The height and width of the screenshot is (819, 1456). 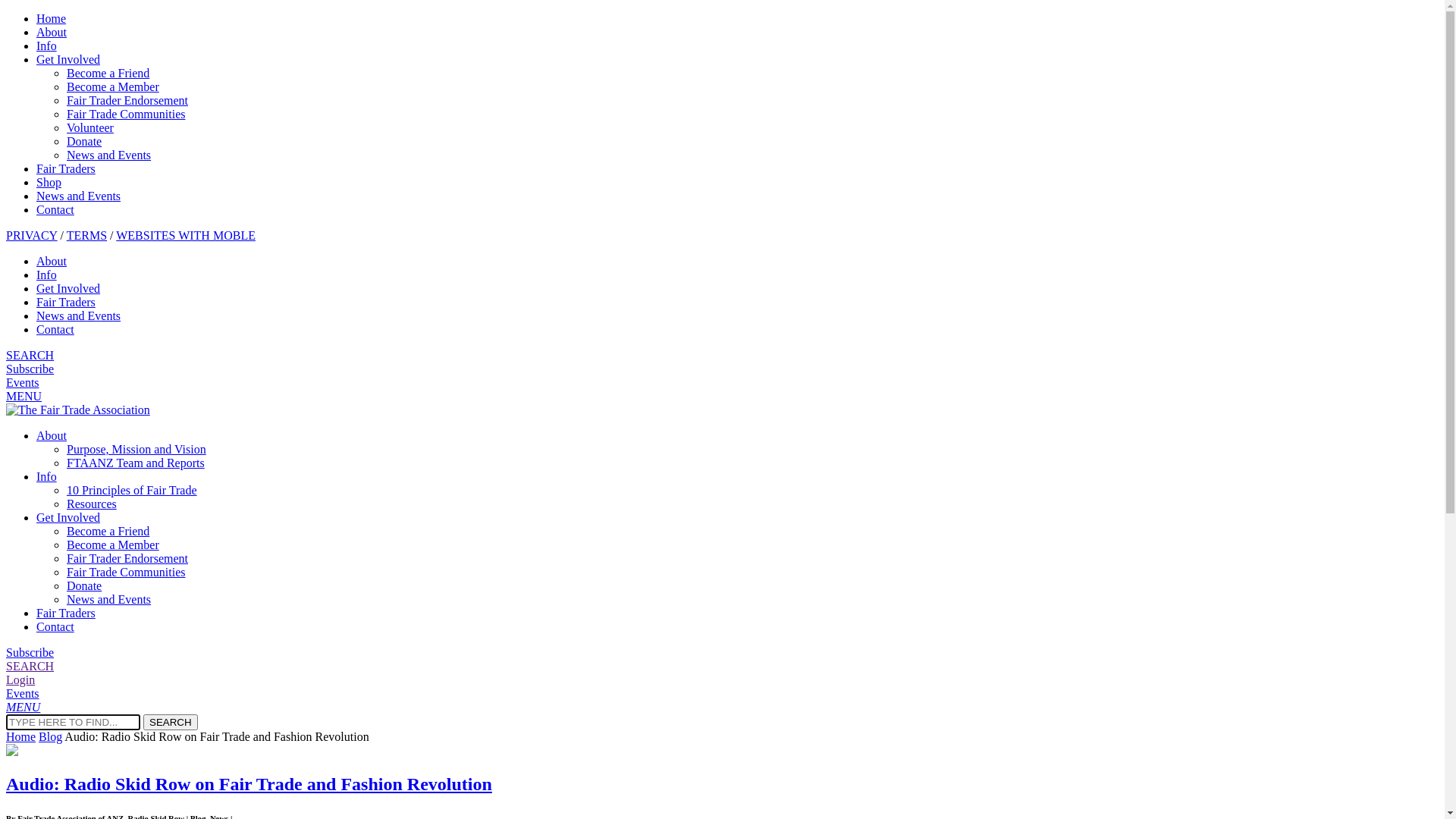 What do you see at coordinates (184, 235) in the screenshot?
I see `'WEBSITES WITH MOBLE'` at bounding box center [184, 235].